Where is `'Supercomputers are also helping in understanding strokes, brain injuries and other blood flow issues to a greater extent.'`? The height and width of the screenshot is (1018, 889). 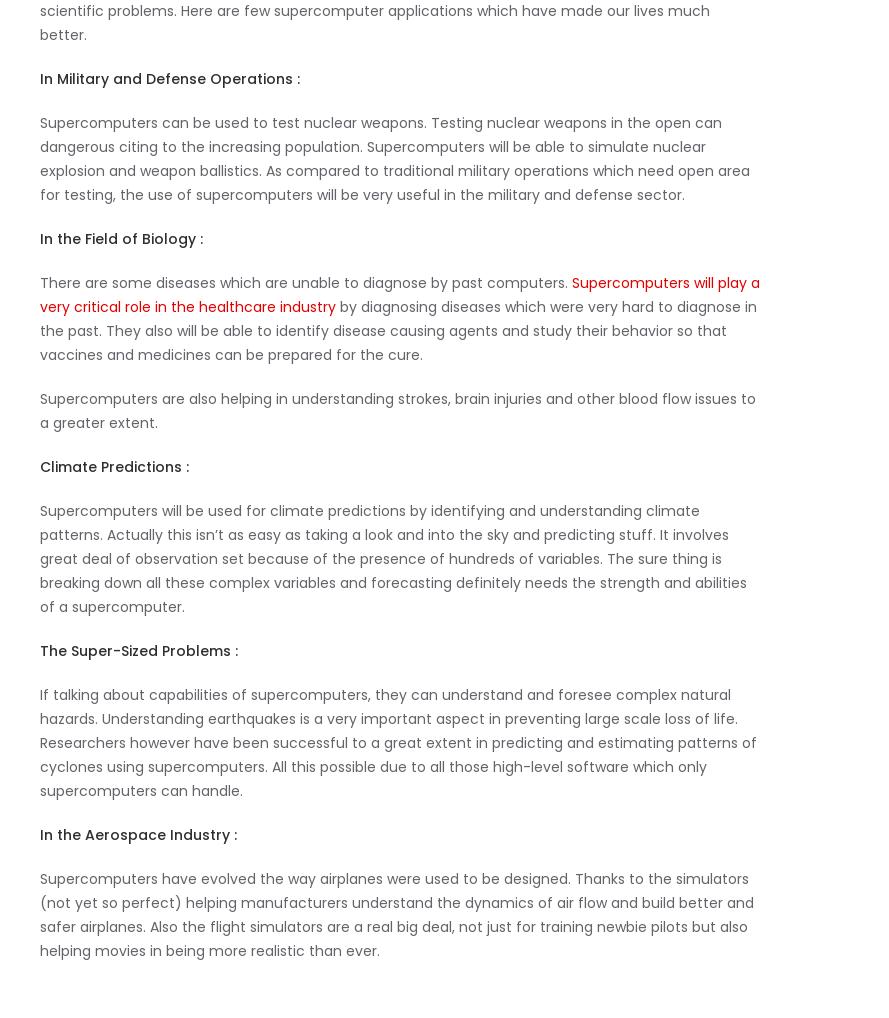 'Supercomputers are also helping in understanding strokes, brain injuries and other blood flow issues to a greater extent.' is located at coordinates (398, 409).